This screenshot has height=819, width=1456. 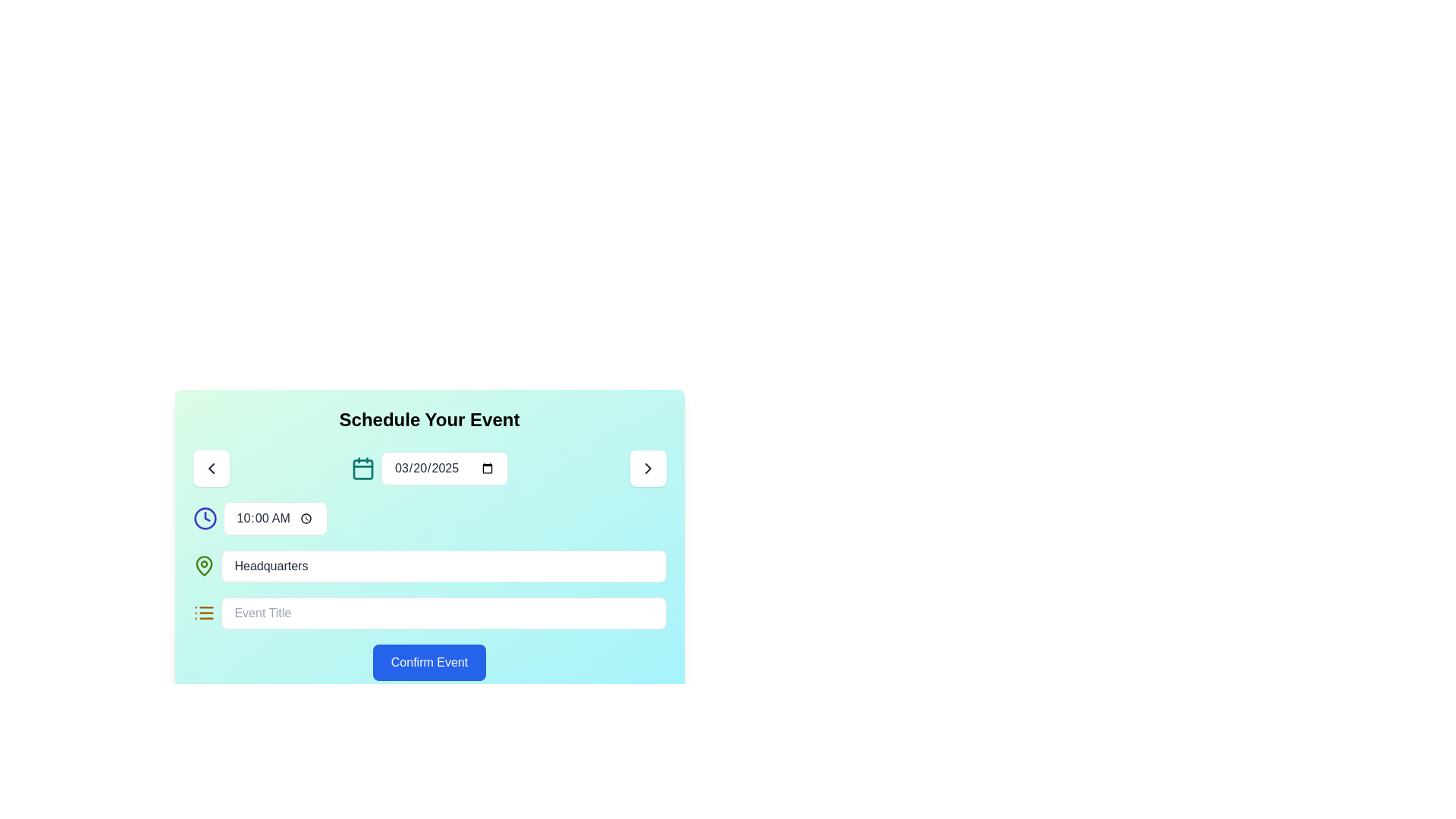 I want to click on the black leftward pointing arrow icon for the 'back' functionality located at the left side of the 'Schedule Your Event' section, so click(x=210, y=467).